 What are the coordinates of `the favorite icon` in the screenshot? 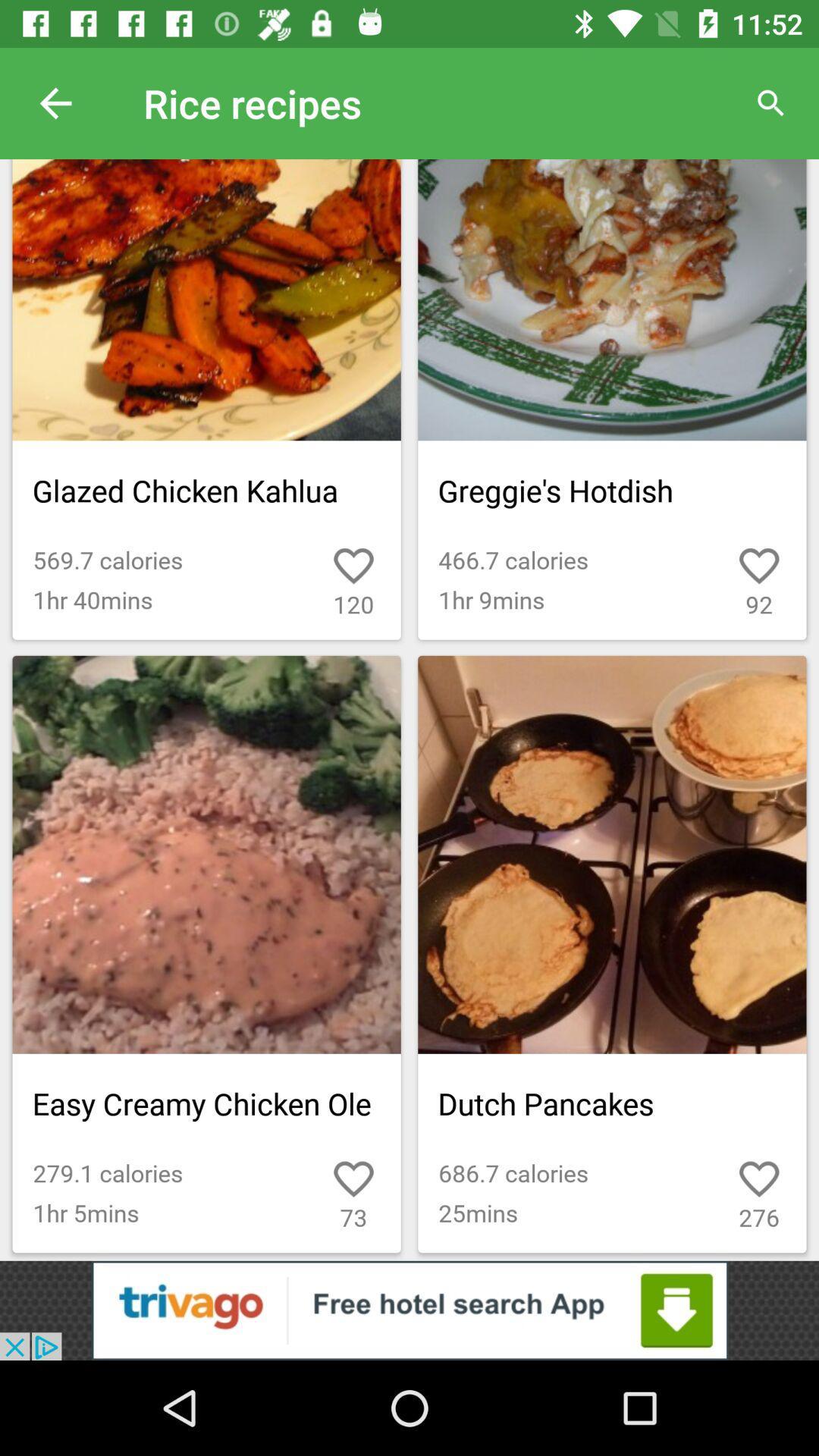 It's located at (724, 1166).